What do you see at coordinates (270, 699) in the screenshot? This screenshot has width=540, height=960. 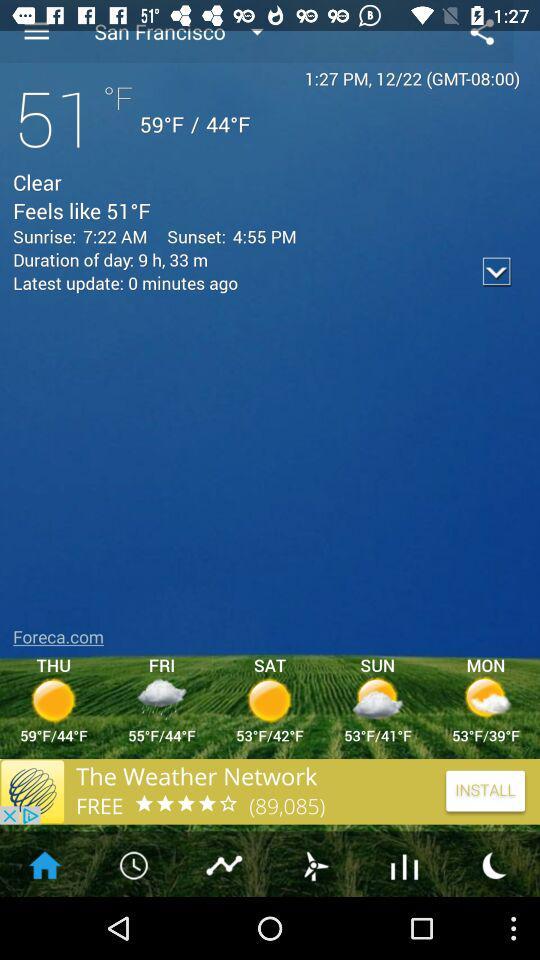 I see `the weather icon of saturday` at bounding box center [270, 699].